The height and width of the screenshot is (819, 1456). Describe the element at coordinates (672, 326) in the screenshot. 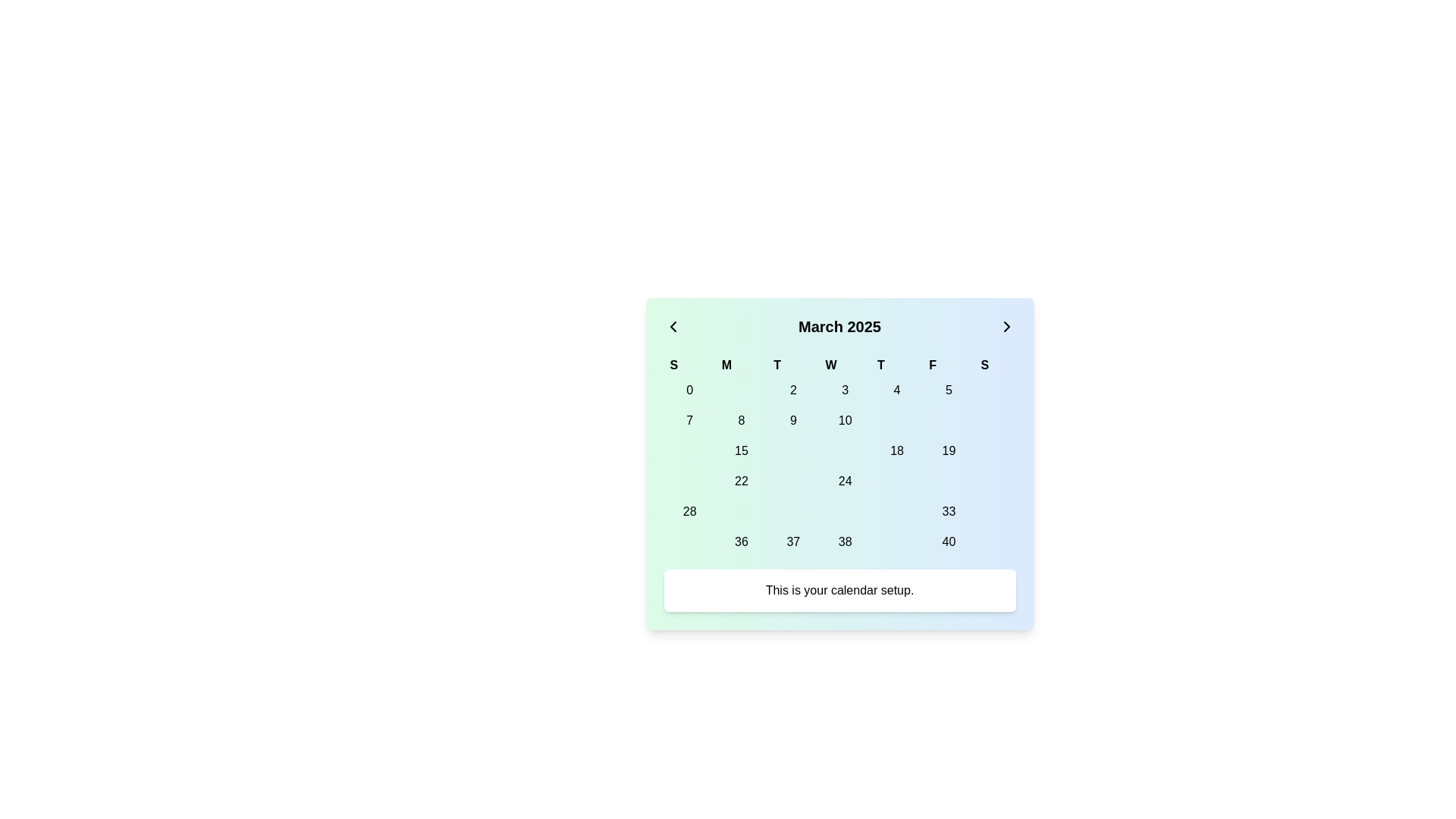

I see `the left chevron icon representing the navigation action to move backward in the calendar application` at that location.